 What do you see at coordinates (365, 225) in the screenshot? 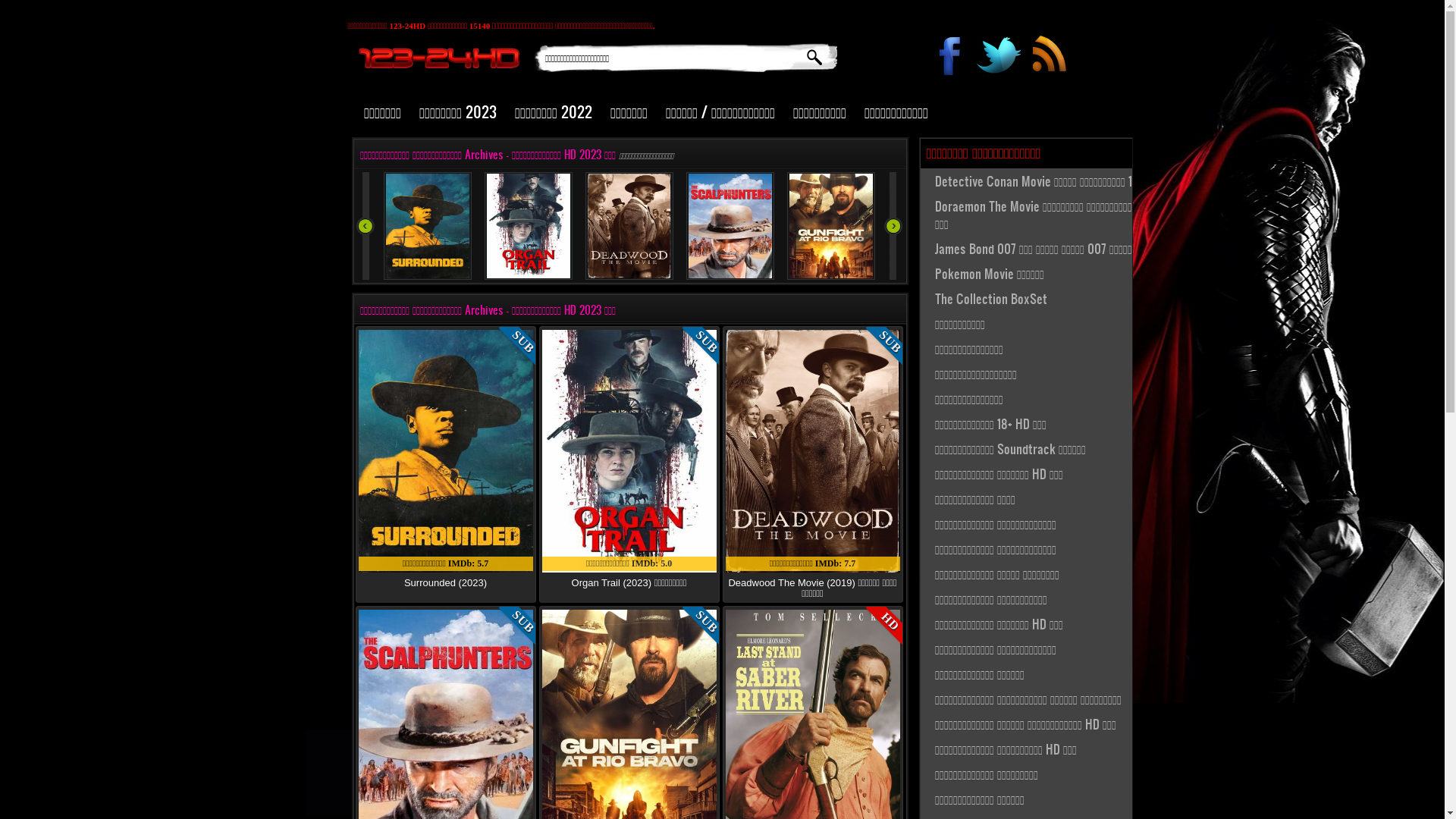
I see `'2 geri'` at bounding box center [365, 225].